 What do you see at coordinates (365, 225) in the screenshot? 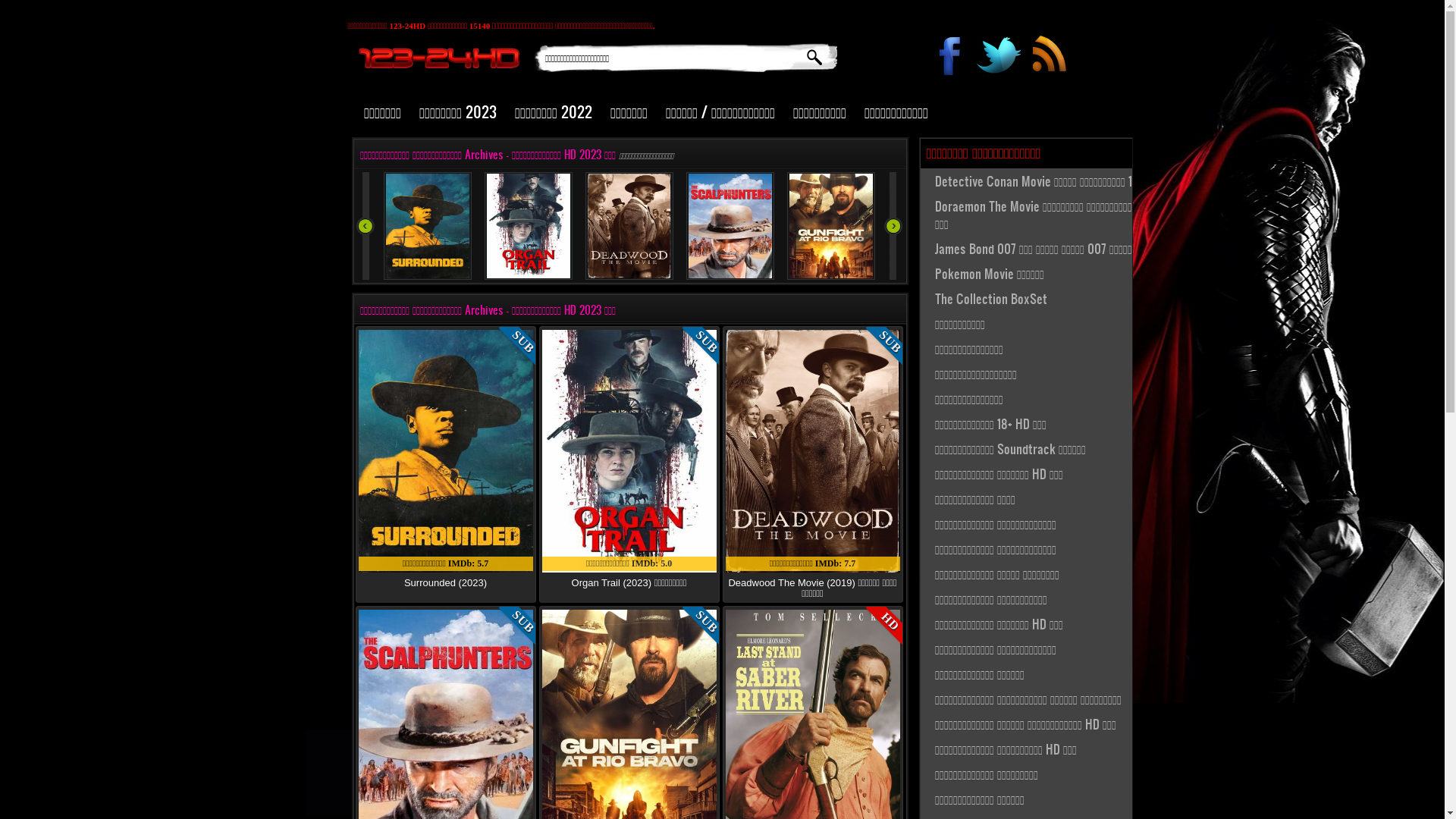
I see `'2 geri'` at bounding box center [365, 225].